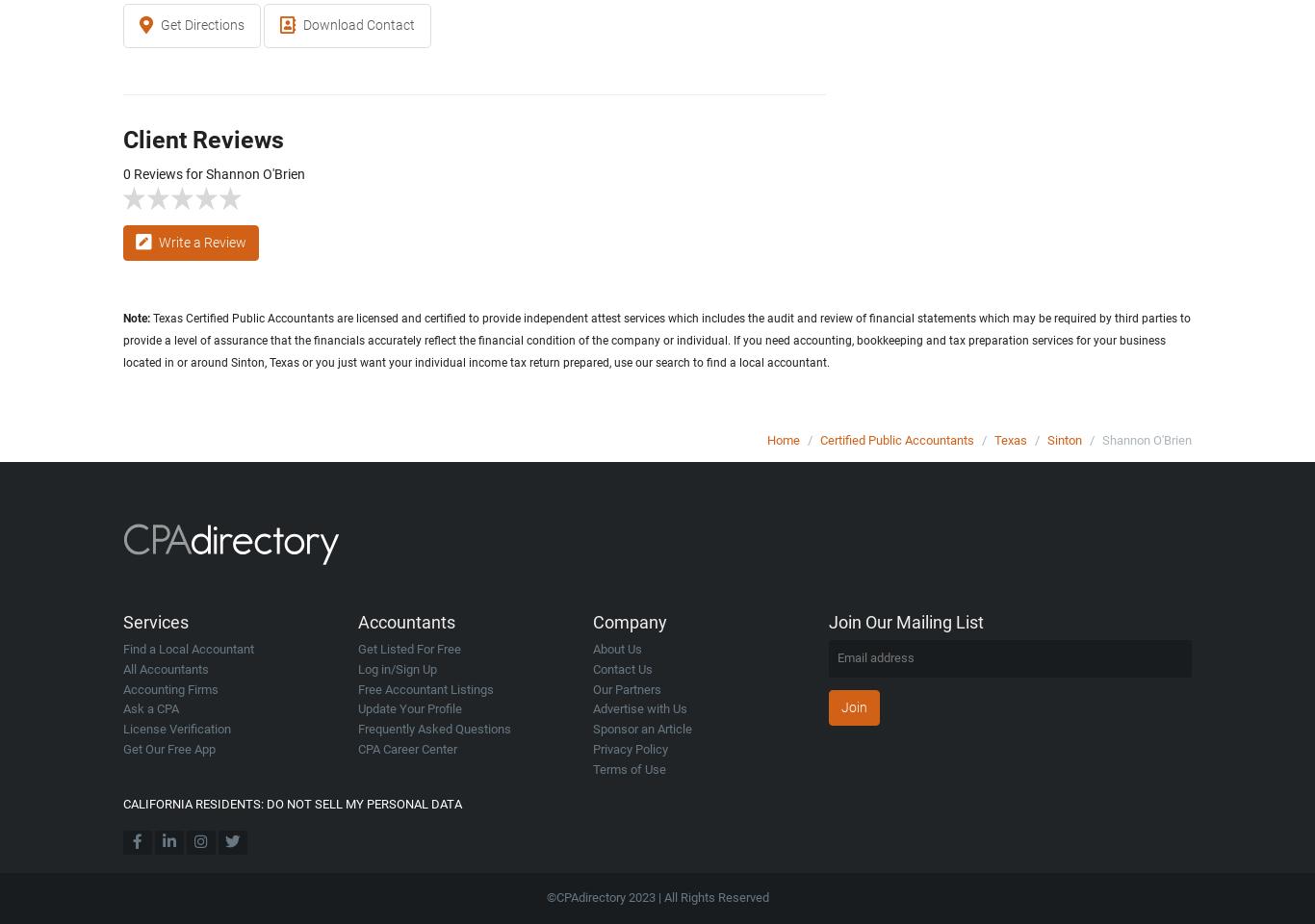 Image resolution: width=1315 pixels, height=924 pixels. What do you see at coordinates (656, 339) in the screenshot?
I see `'Texas Certified Public Accountants are licensed and certified to provide independent attest services which includes the audit and review of financial statements which may be required by third parties to provide a level of assurance that the financials accurately reflect the financial condition of the company or individual. If you need accounting, bookkeeping and tax preparation services for your business located in or around Sinton, Texas or you just want your individual income tax return prepared, use our search to find a local accountant.'` at bounding box center [656, 339].